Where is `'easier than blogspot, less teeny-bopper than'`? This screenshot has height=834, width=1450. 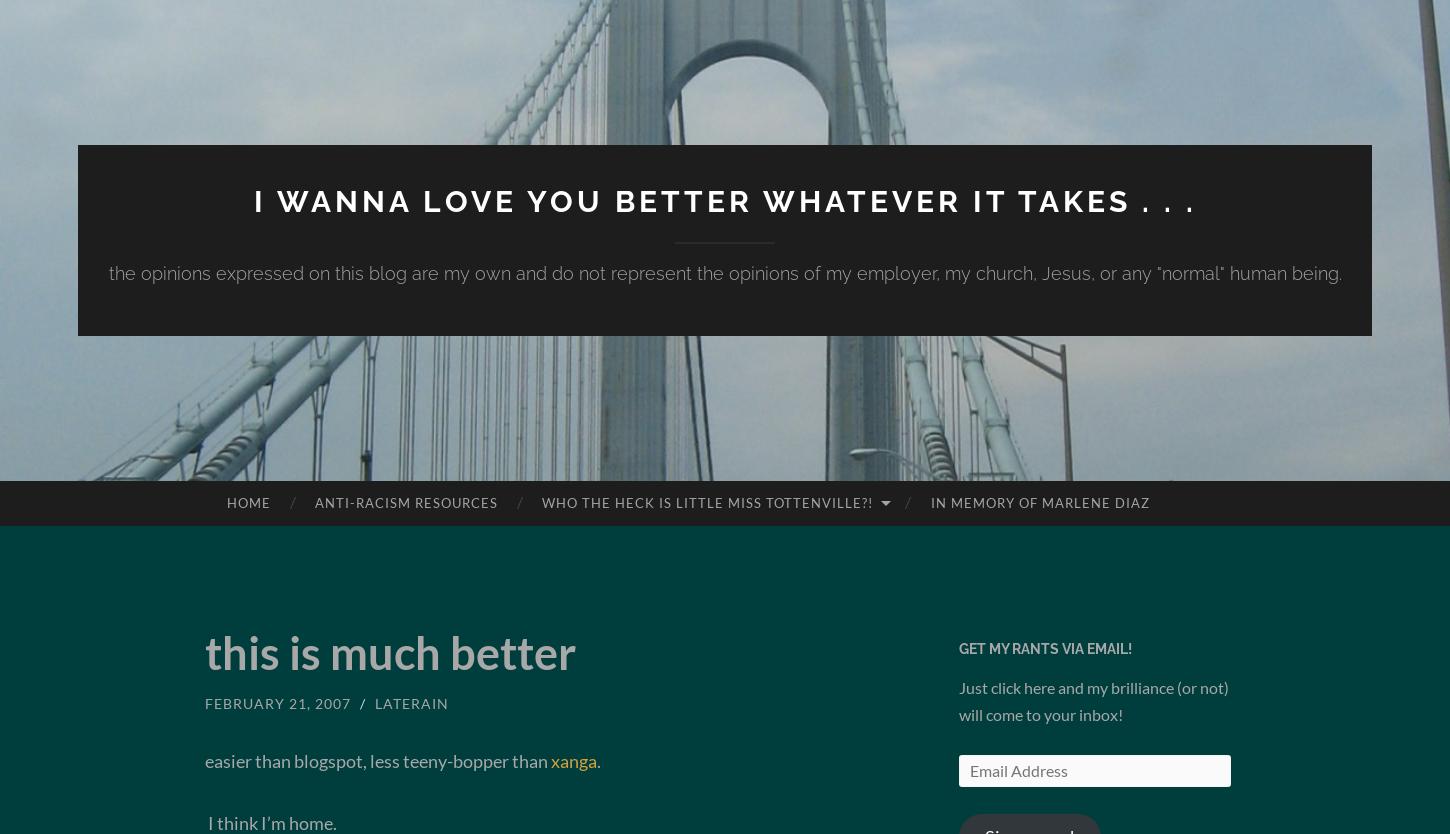 'easier than blogspot, less teeny-bopper than' is located at coordinates (377, 761).